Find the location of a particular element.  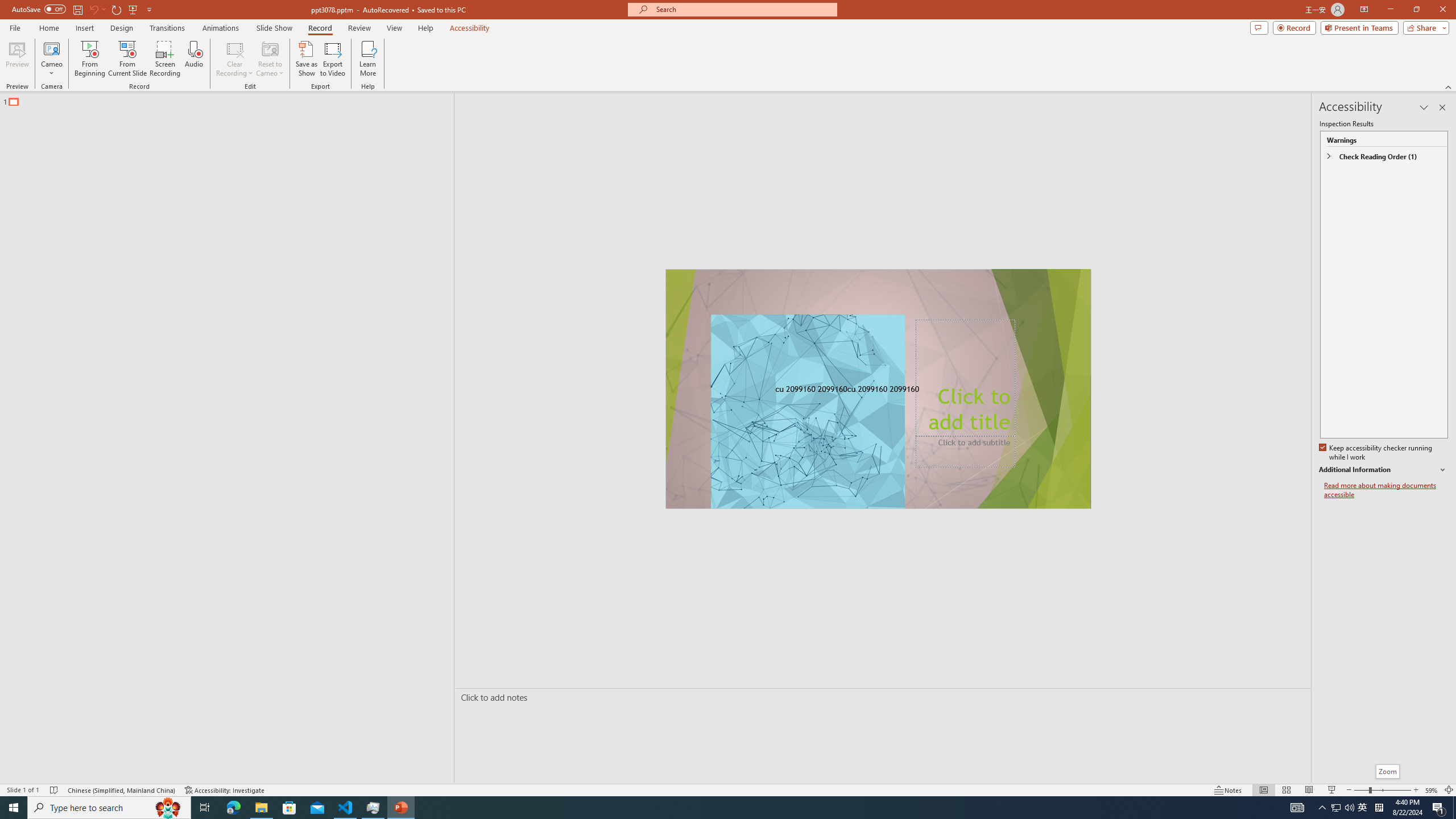

'Read more about making documents accessible' is located at coordinates (1386, 490).